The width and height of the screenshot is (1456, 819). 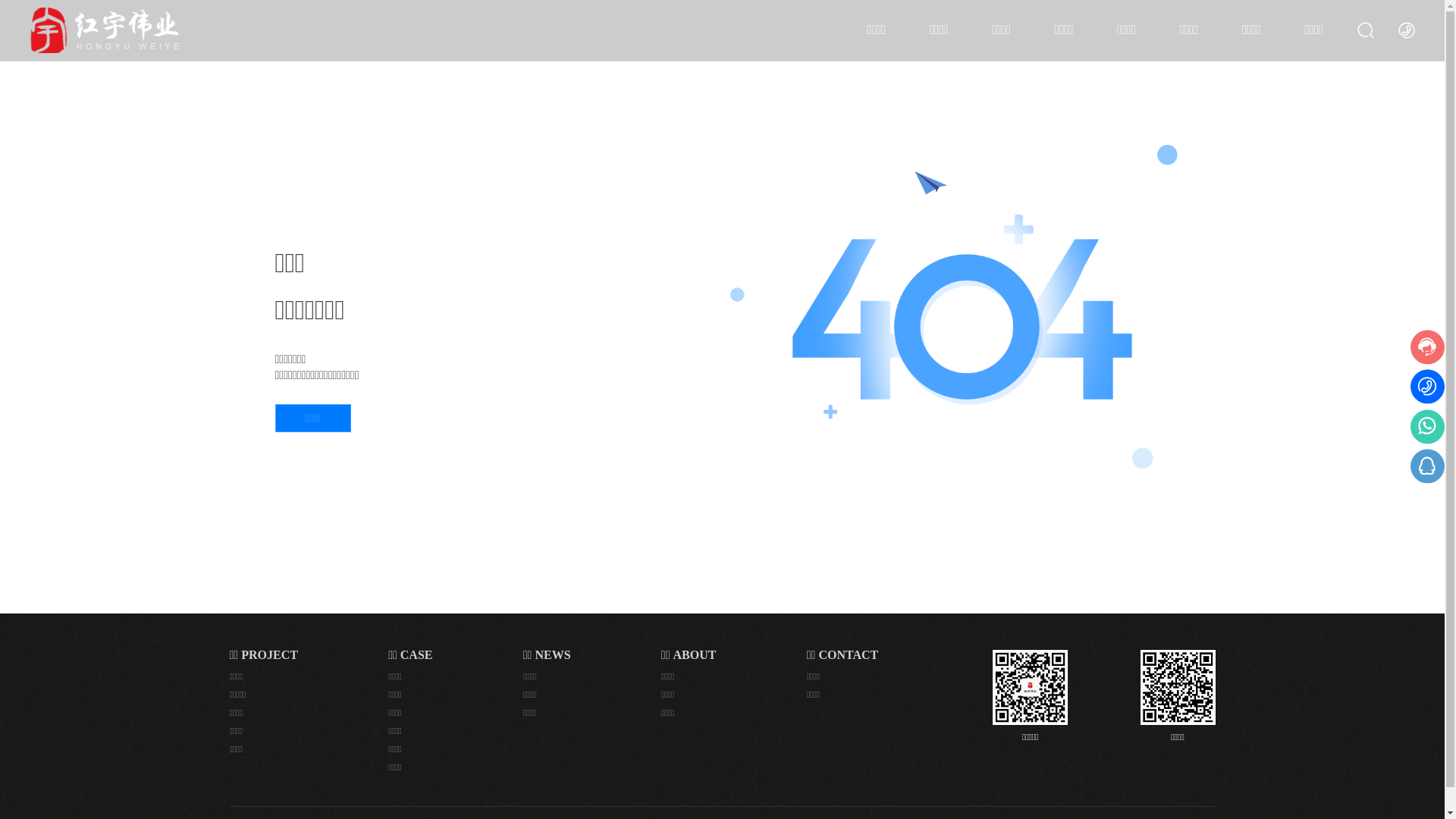 I want to click on 'ENGLISH', so click(x=1405, y=29).